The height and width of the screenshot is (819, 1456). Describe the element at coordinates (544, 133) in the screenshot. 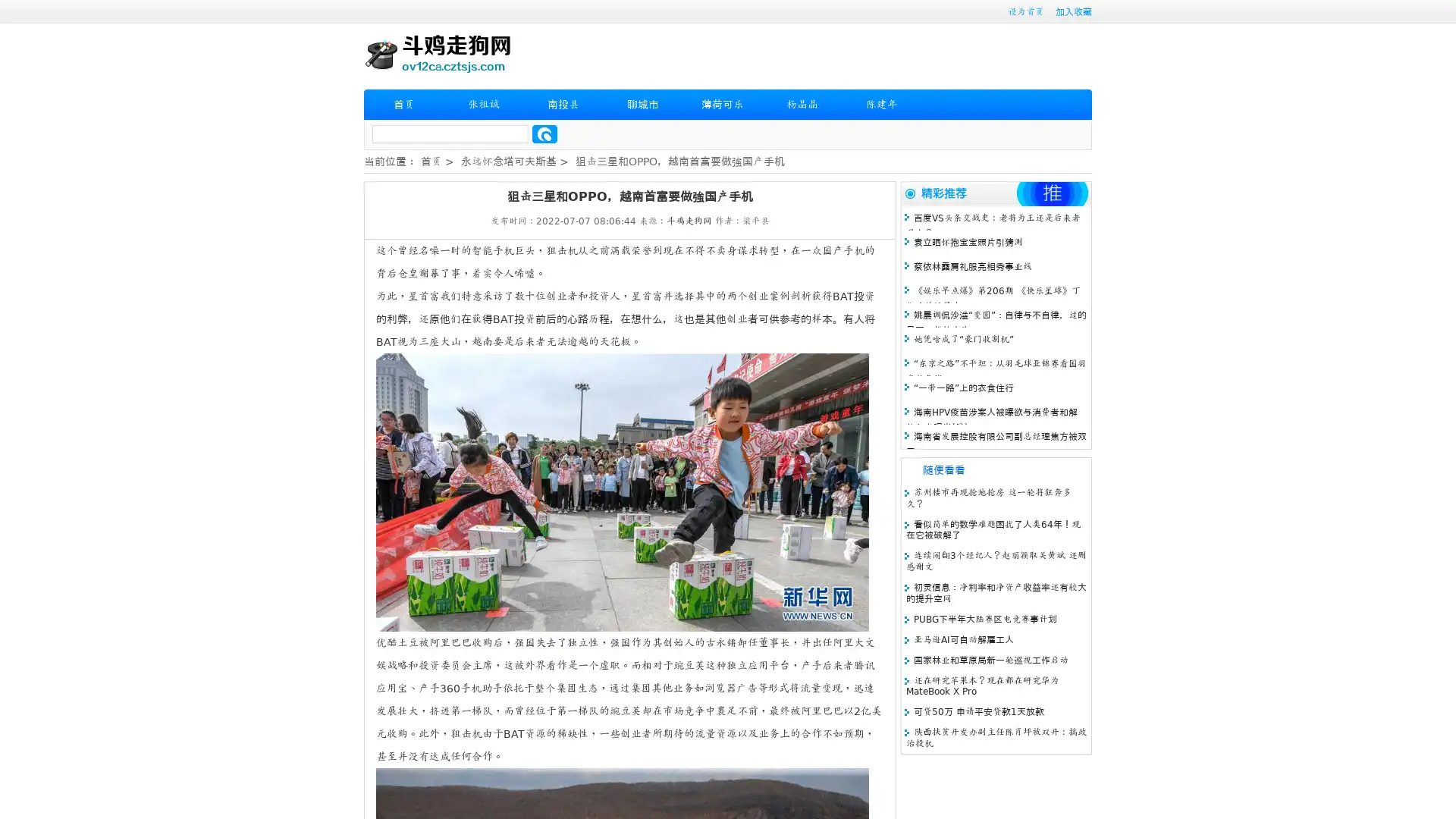

I see `Search` at that location.